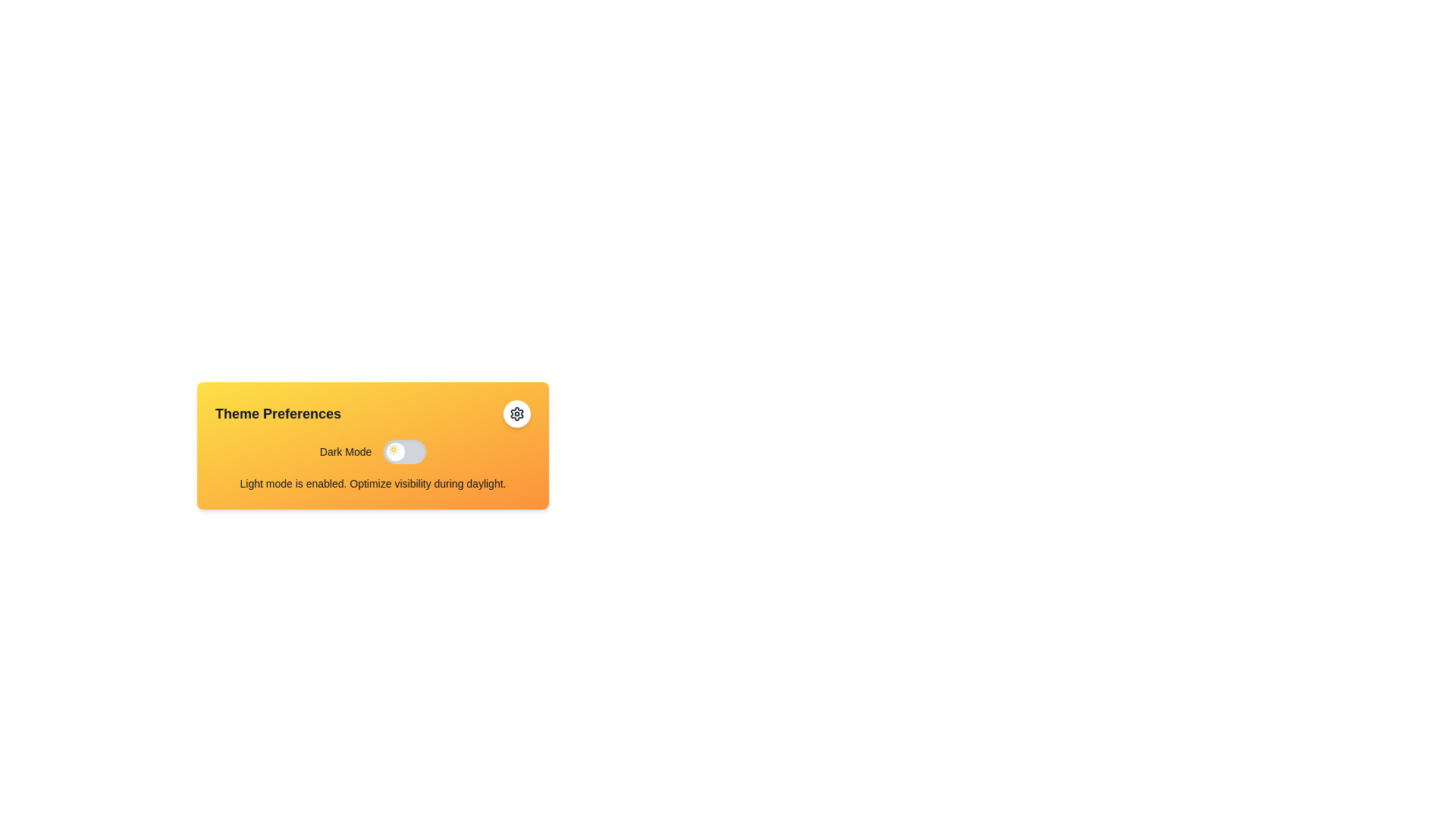  What do you see at coordinates (372, 483) in the screenshot?
I see `the informational text block that states 'Light mode is enabled. Optimize visibility during daylight.' located at the bottom of the 'Theme Preferences' card` at bounding box center [372, 483].